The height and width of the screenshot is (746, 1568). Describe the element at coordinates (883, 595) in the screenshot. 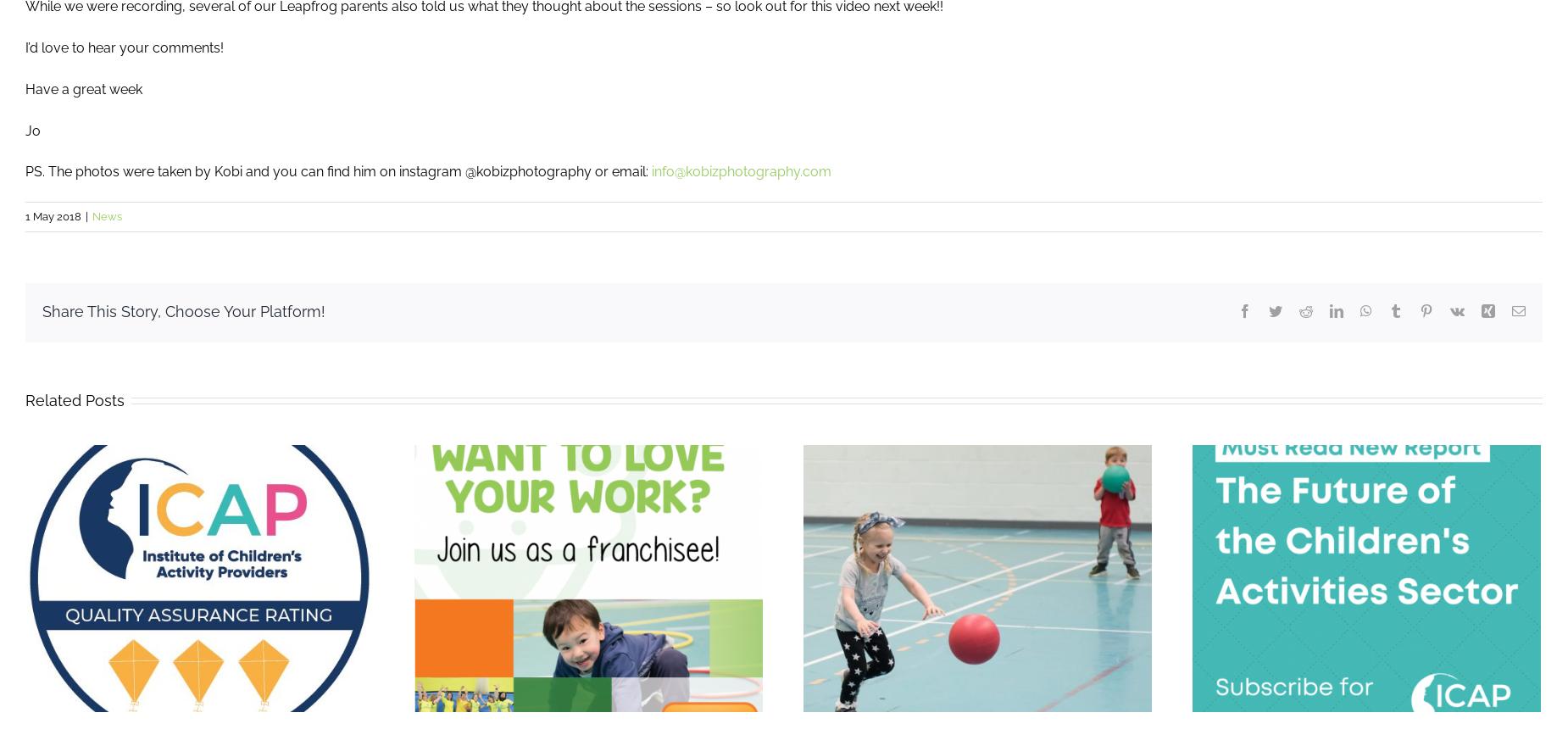

I see `'The Future of the Children’s Activities Sector – Multi-Sports'` at that location.